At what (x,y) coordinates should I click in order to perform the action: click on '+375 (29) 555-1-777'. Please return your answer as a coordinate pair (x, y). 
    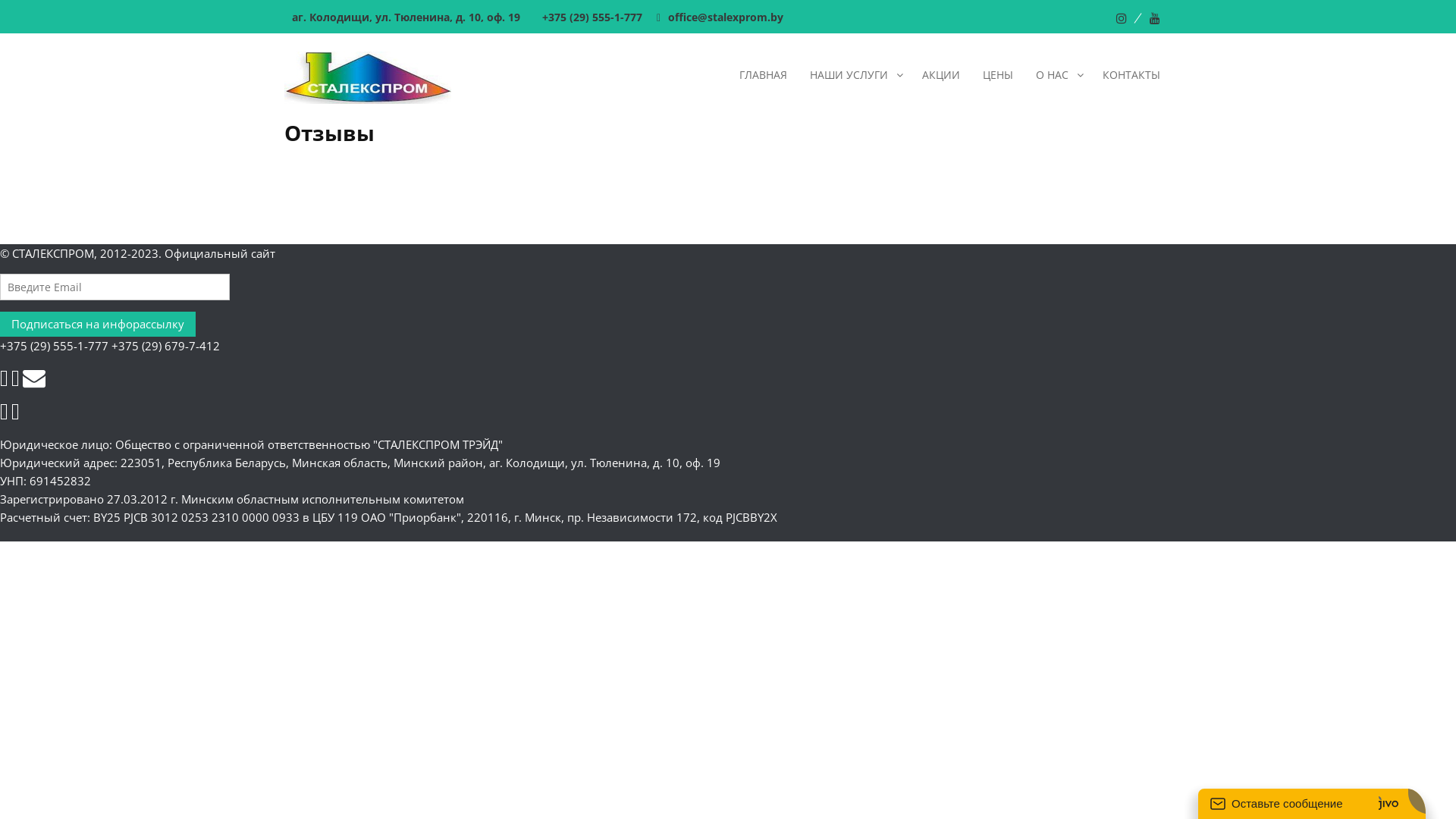
    Looking at the image, I should click on (535, 17).